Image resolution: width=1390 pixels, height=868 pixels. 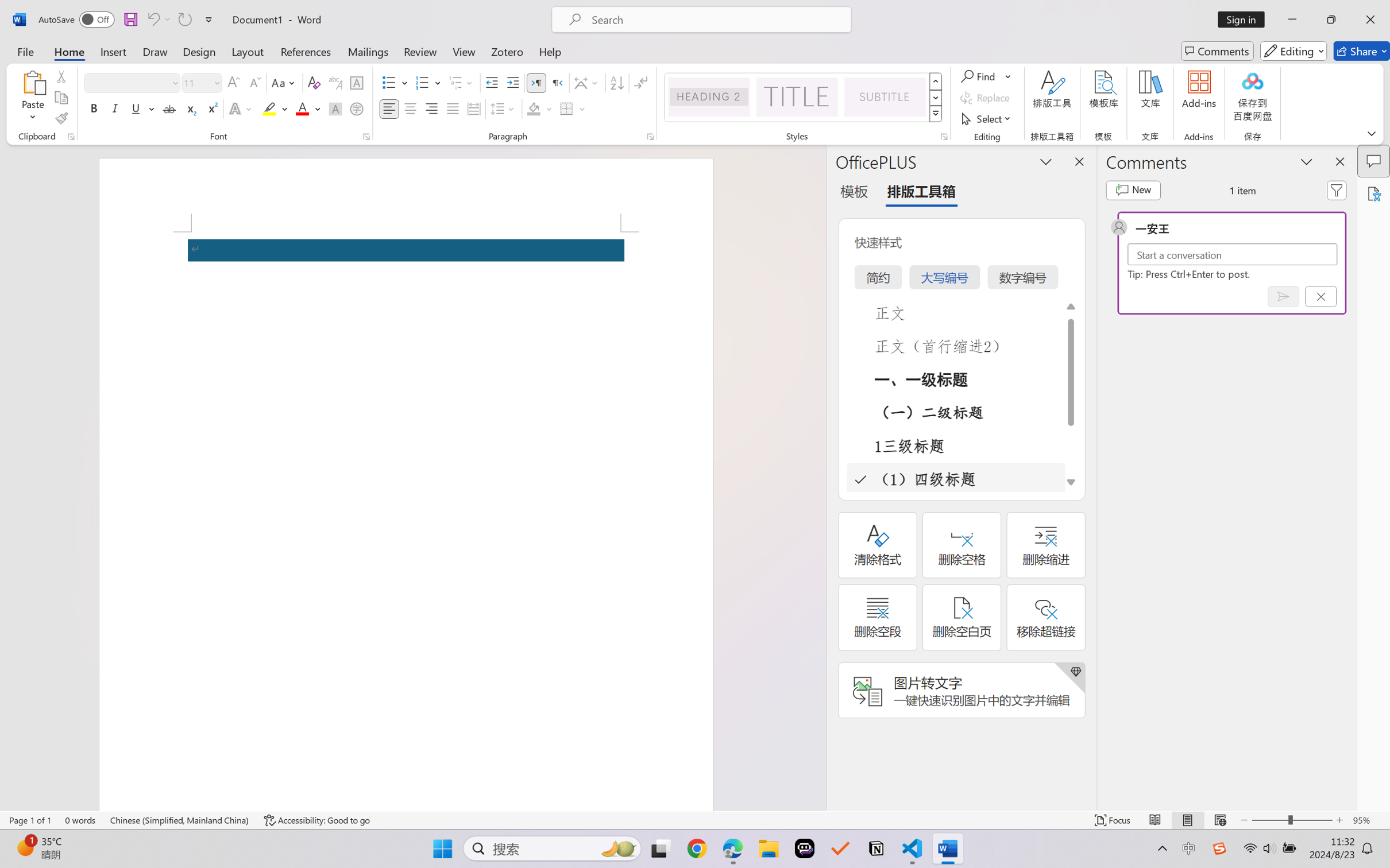 What do you see at coordinates (797, 96) in the screenshot?
I see `'Title'` at bounding box center [797, 96].